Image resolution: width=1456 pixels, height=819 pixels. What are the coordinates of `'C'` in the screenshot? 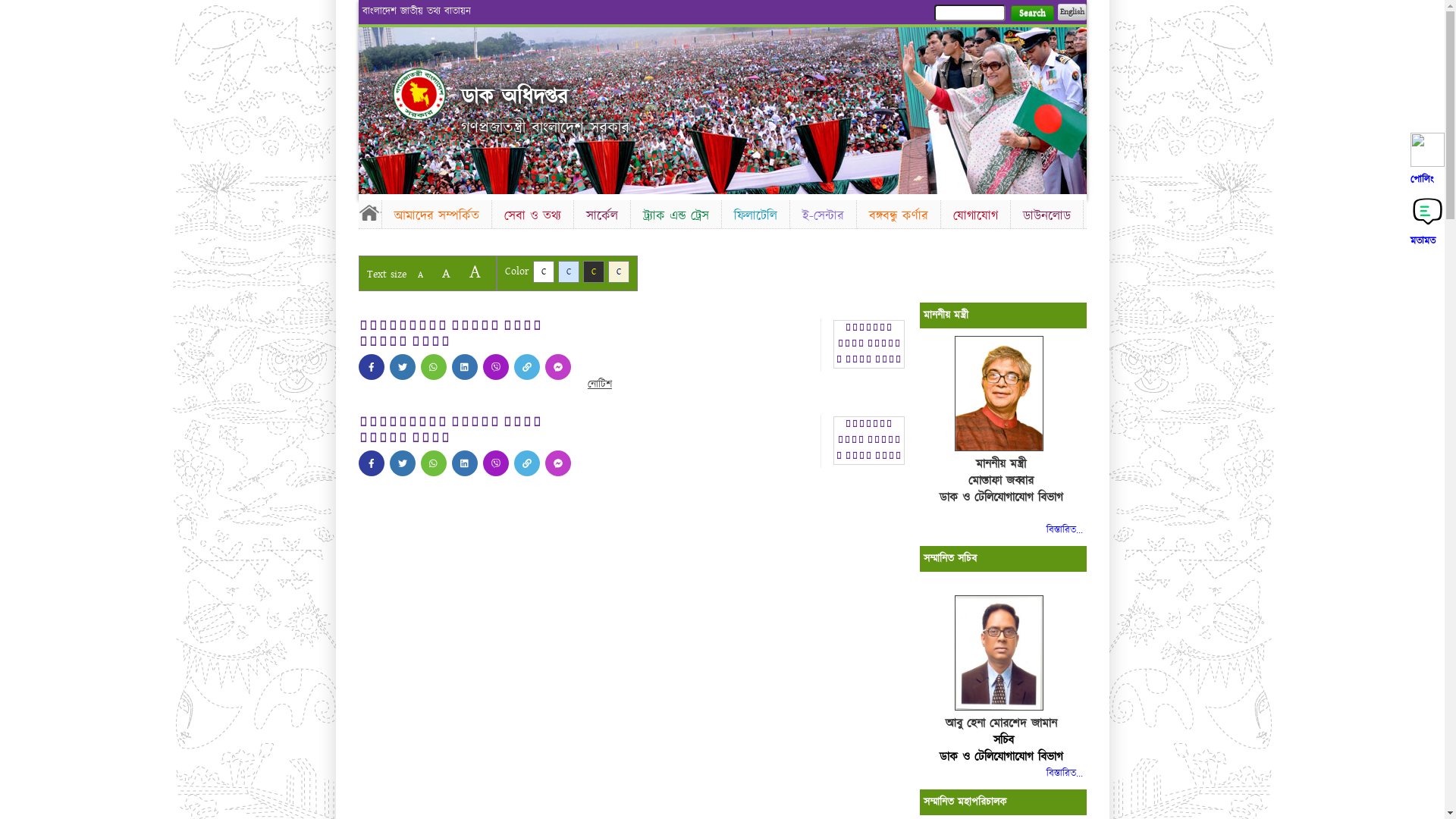 It's located at (532, 271).